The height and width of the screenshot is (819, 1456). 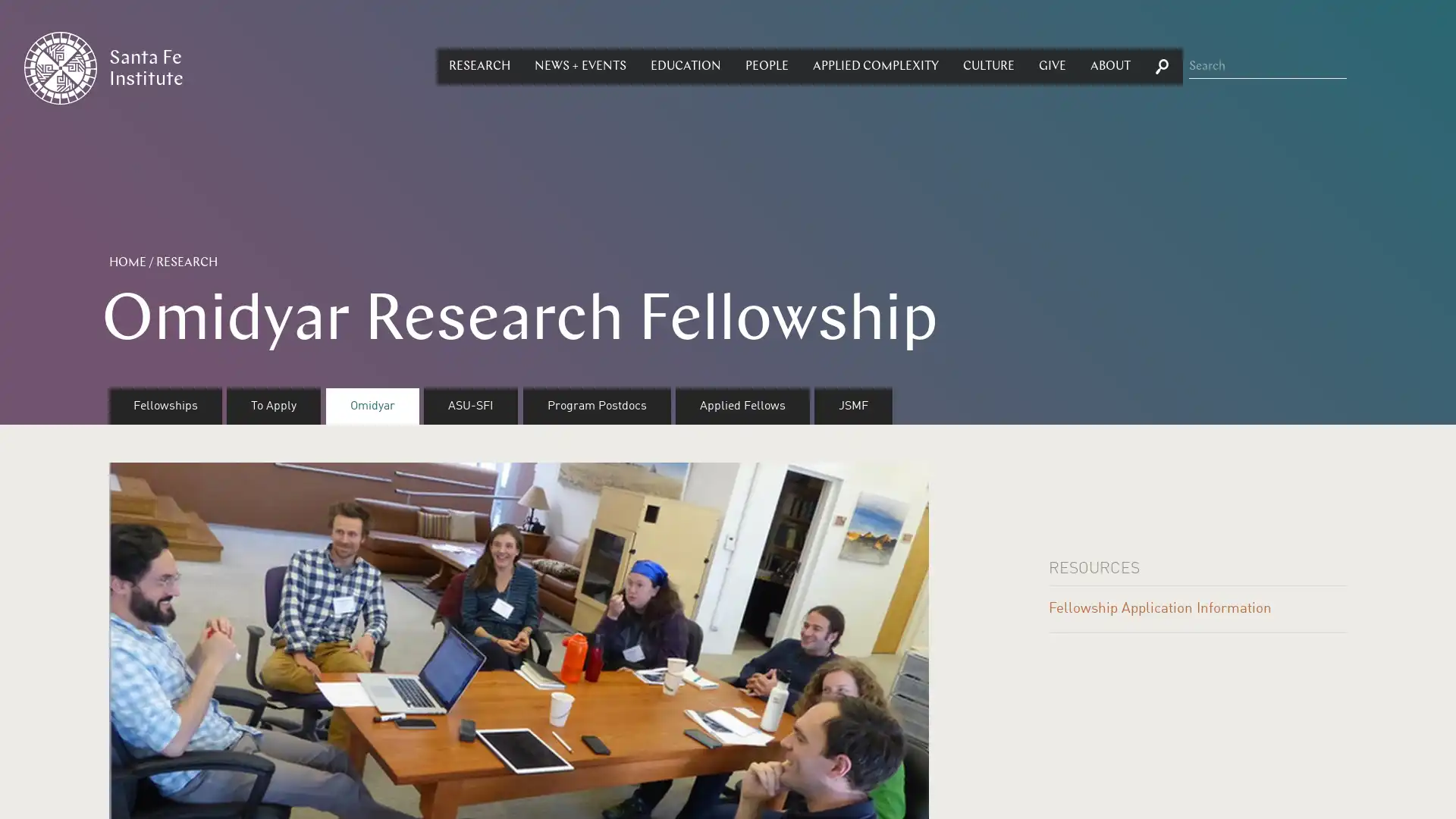 I want to click on Login, so click(x=720, y=378).